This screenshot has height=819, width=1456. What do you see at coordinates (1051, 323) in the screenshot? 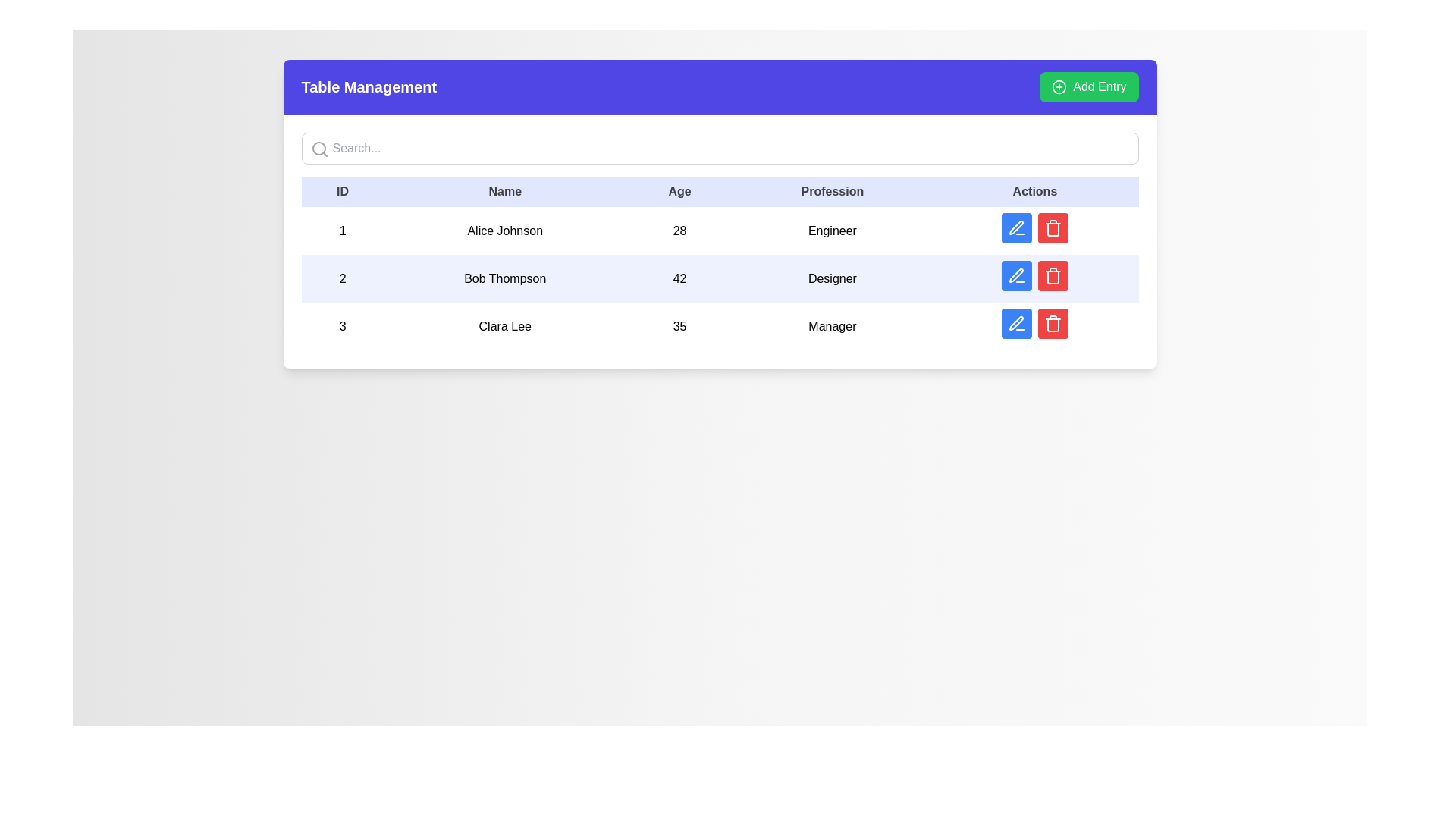
I see `the delete button located on the right side of the 'Actions' column in the second row of the table` at bounding box center [1051, 323].